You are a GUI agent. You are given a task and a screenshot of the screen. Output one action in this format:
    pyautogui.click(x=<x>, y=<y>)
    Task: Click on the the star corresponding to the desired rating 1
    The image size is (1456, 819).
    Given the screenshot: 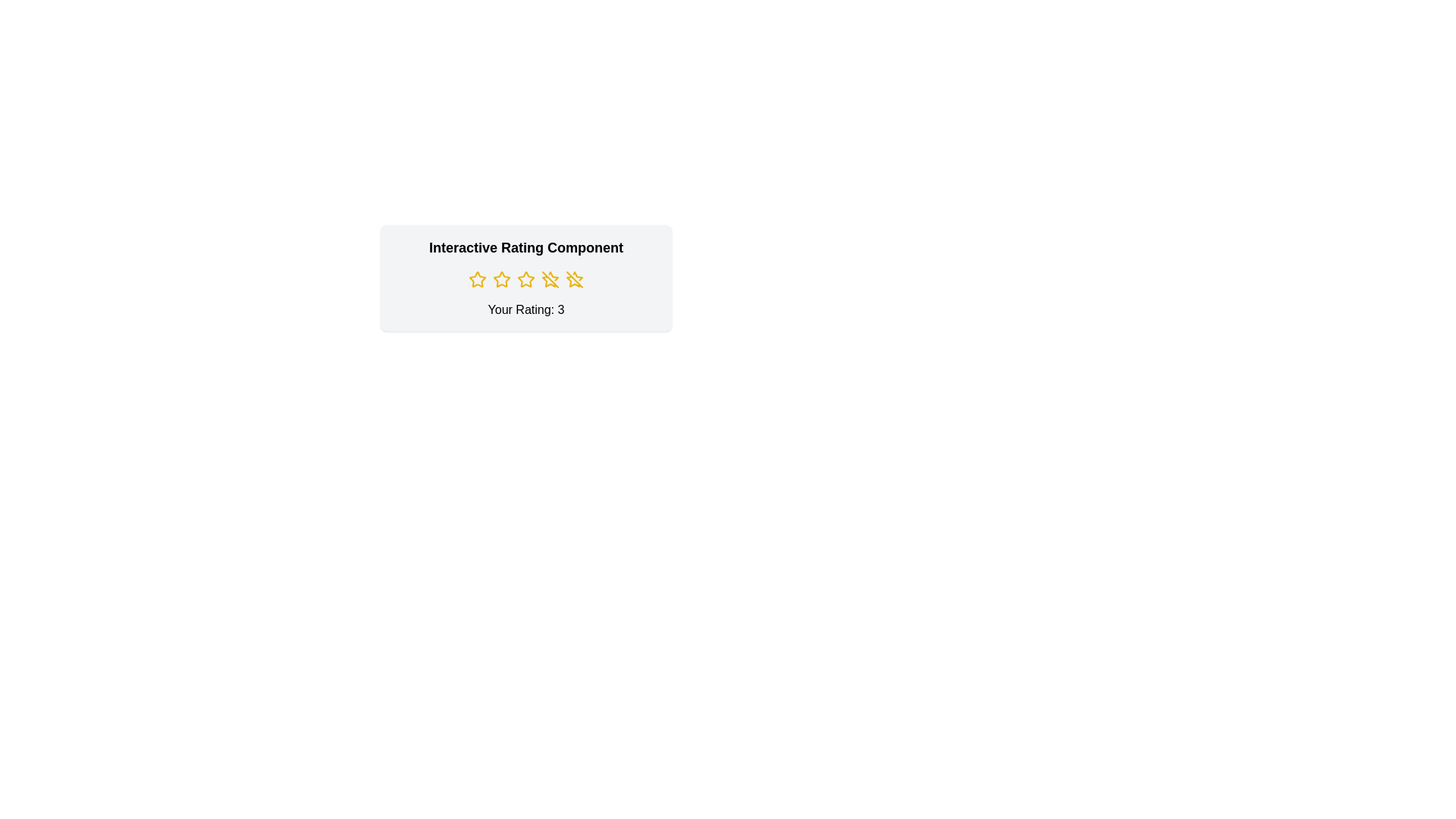 What is the action you would take?
    pyautogui.click(x=476, y=280)
    